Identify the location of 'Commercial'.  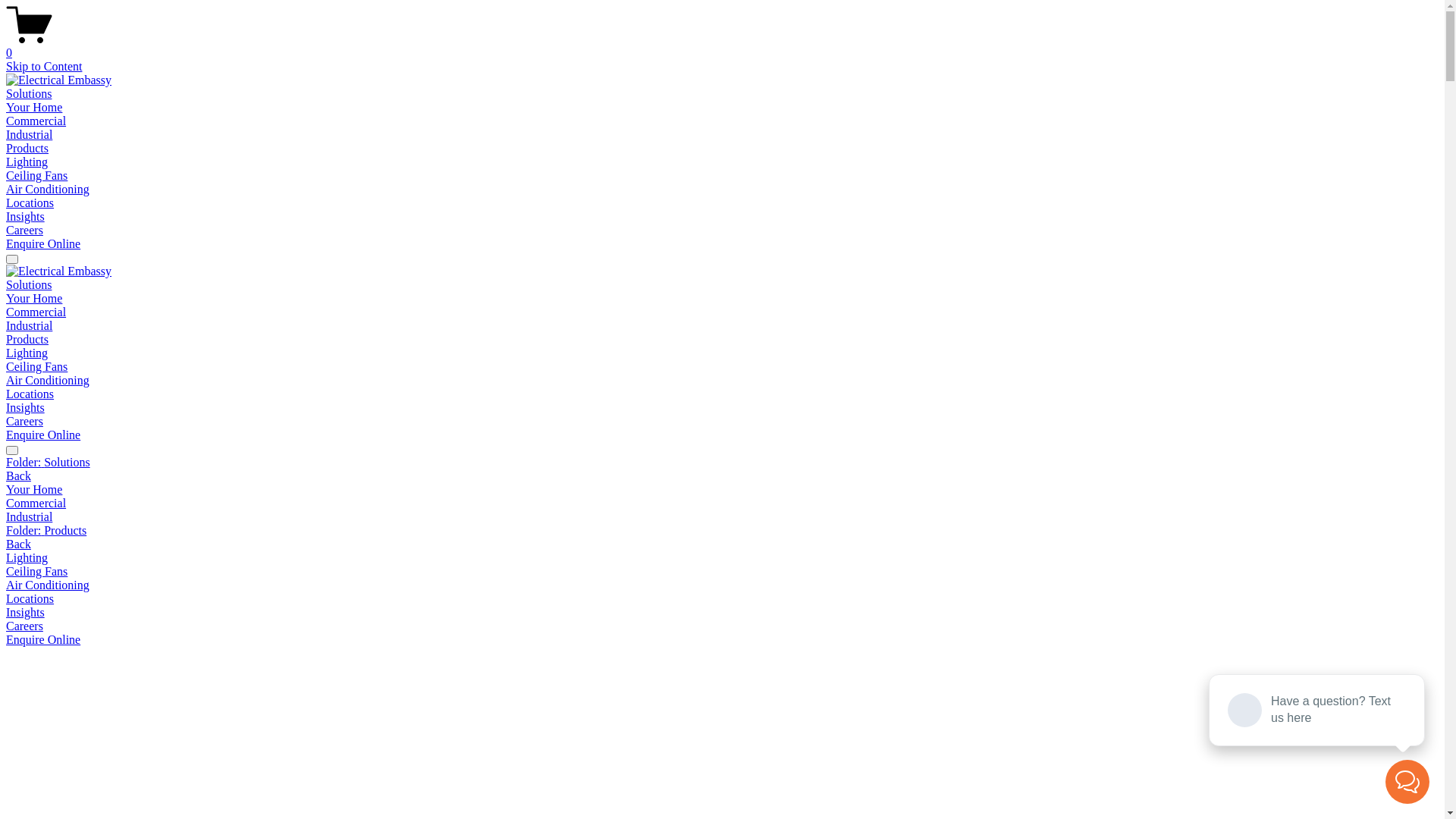
(36, 311).